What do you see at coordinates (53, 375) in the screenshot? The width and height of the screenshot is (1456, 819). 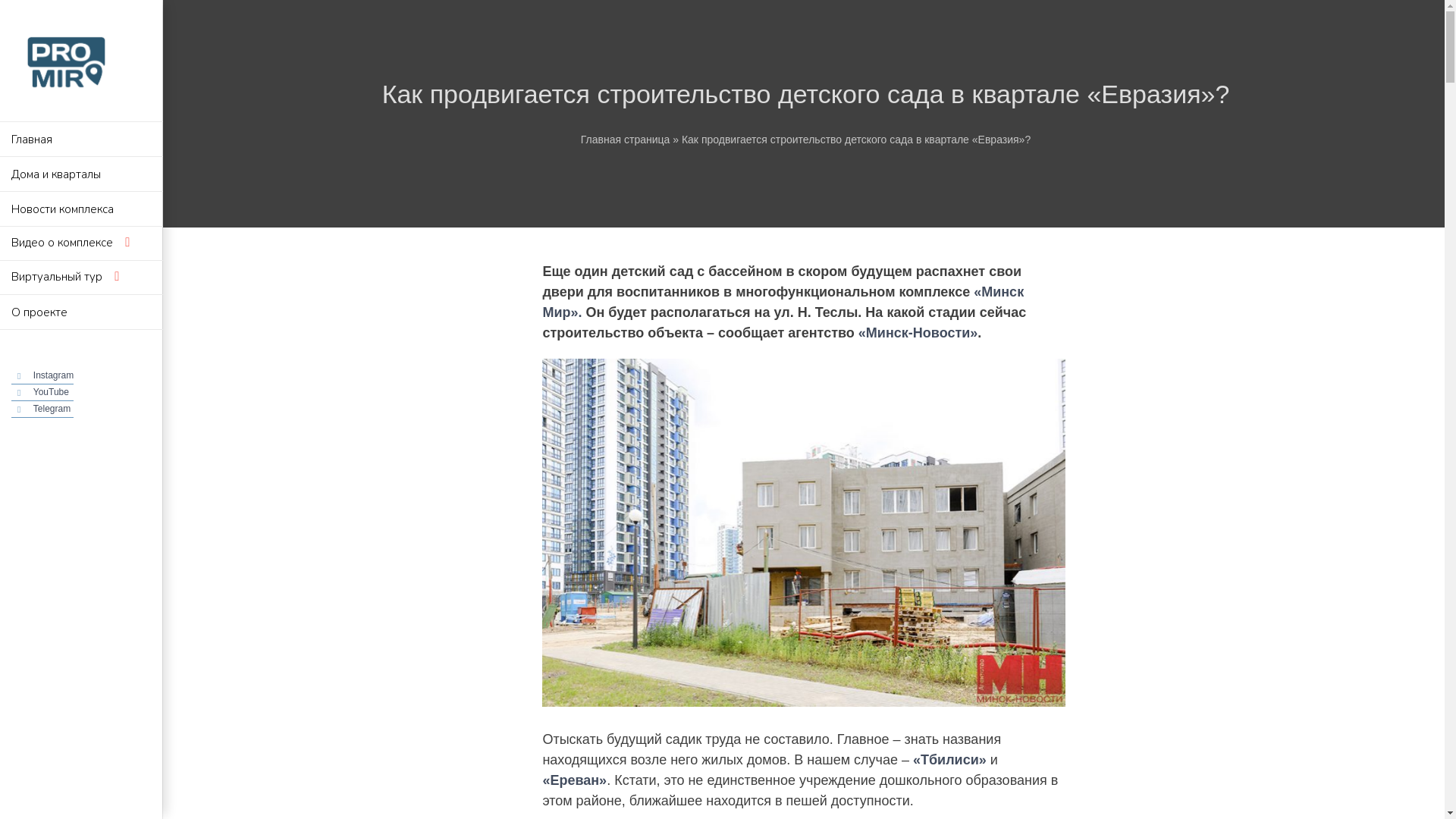 I see `'Instagram'` at bounding box center [53, 375].